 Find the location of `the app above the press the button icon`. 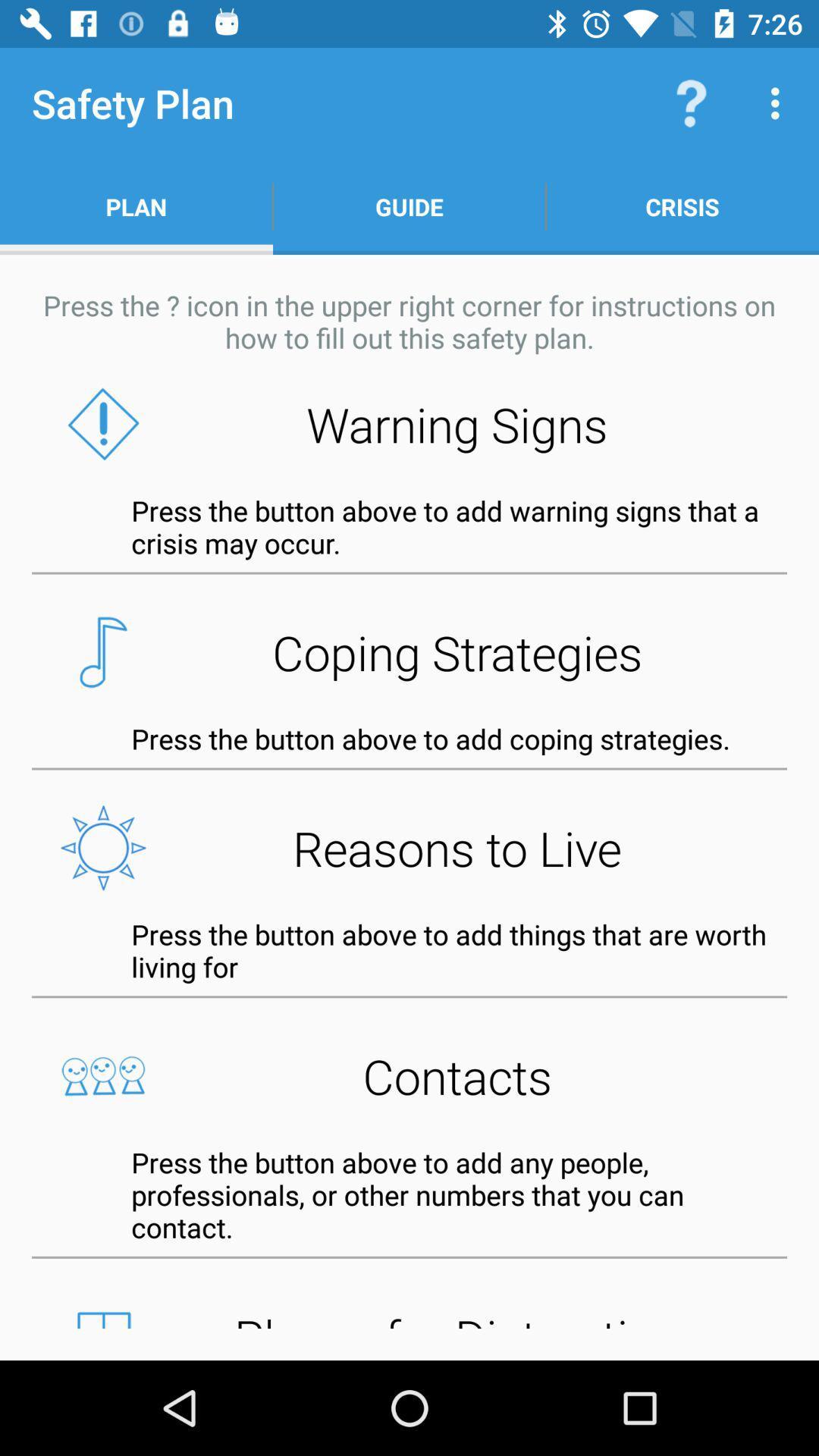

the app above the press the button icon is located at coordinates (409, 1075).